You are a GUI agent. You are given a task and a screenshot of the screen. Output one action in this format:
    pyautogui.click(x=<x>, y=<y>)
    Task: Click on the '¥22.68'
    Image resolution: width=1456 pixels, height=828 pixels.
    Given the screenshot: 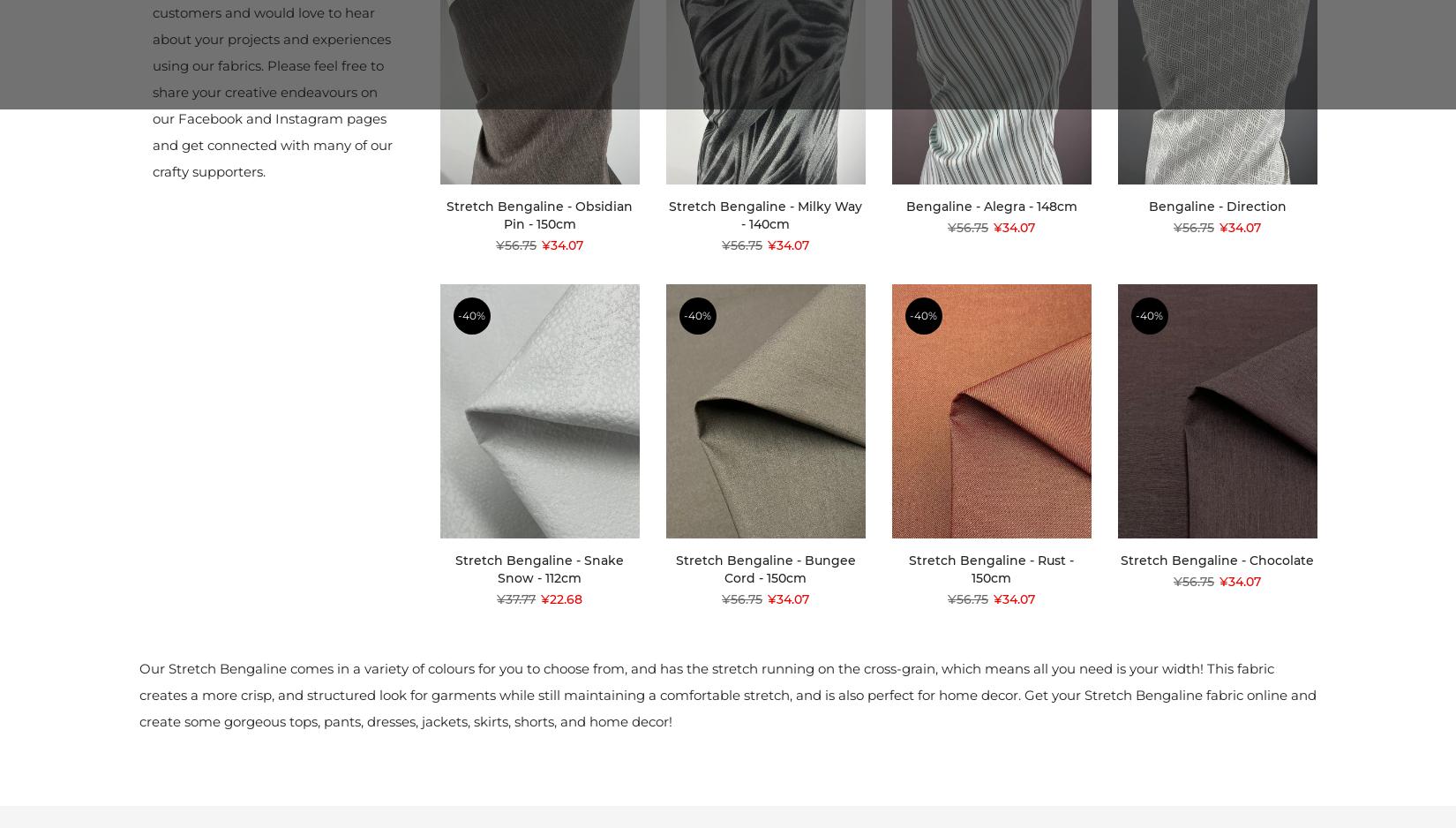 What is the action you would take?
    pyautogui.click(x=539, y=599)
    